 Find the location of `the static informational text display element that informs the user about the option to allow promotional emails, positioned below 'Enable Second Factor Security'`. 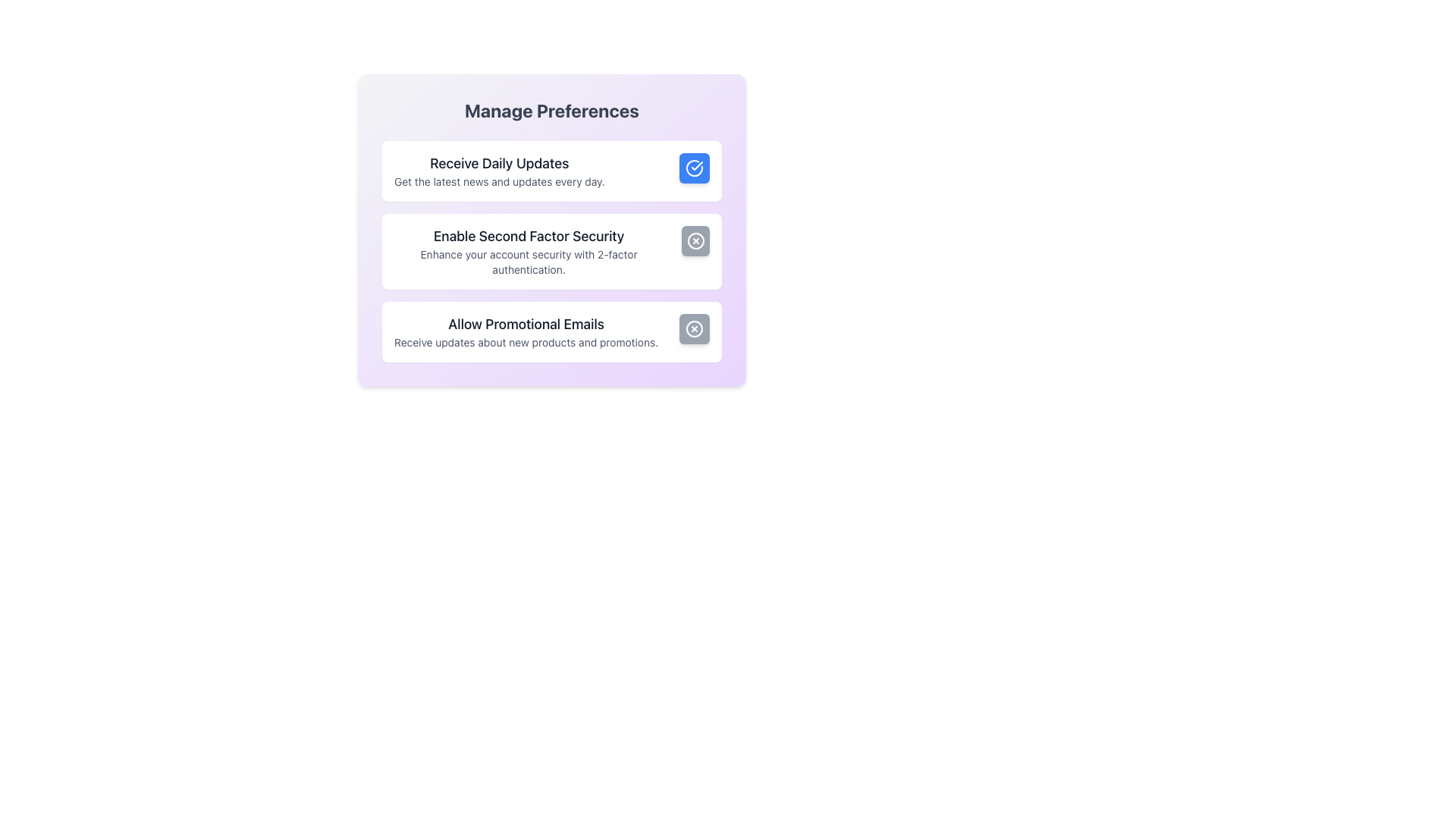

the static informational text display element that informs the user about the option to allow promotional emails, positioned below 'Enable Second Factor Security' is located at coordinates (526, 331).